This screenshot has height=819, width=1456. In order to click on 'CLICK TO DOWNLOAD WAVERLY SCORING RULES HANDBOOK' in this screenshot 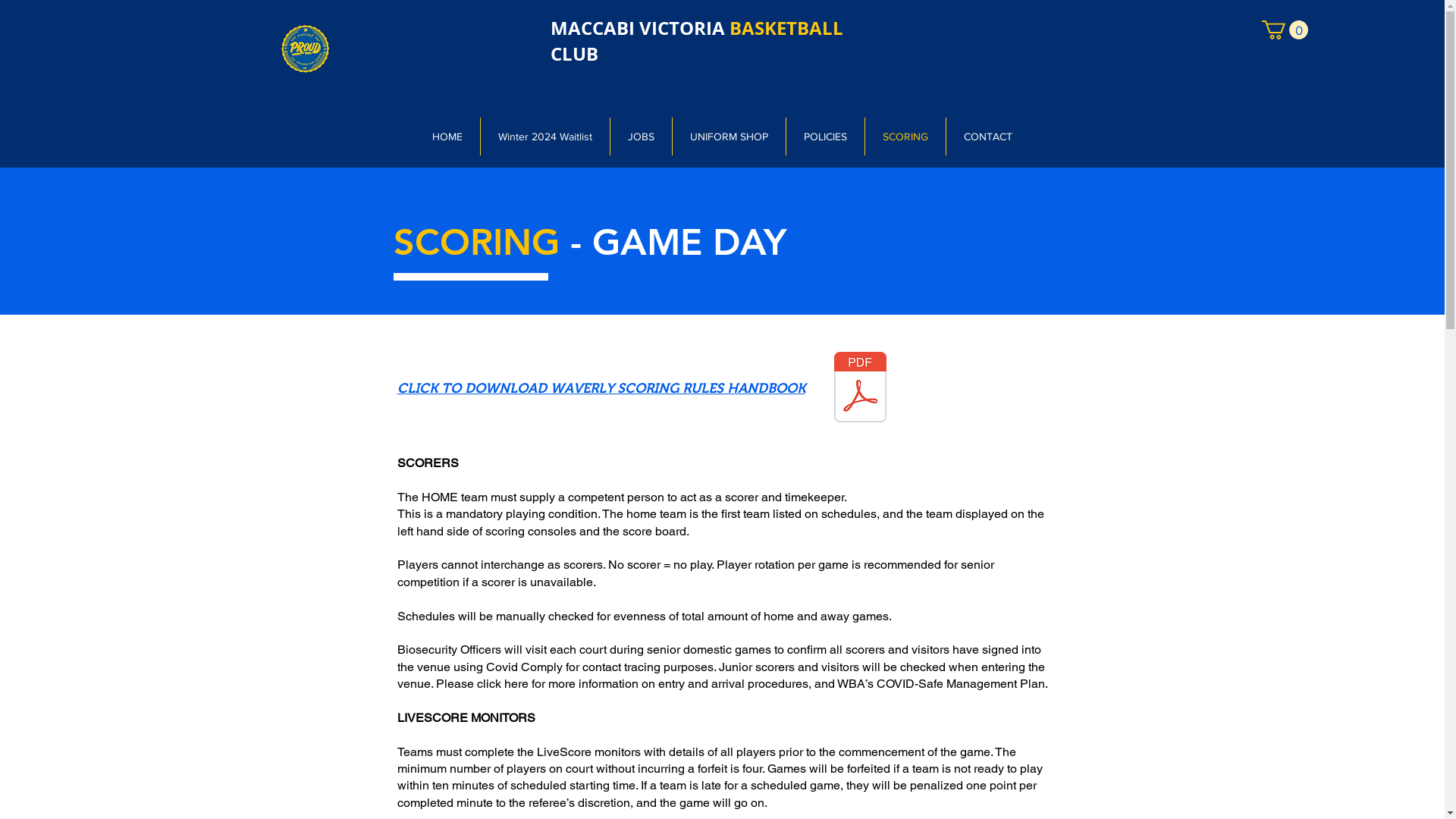, I will do `click(600, 388)`.